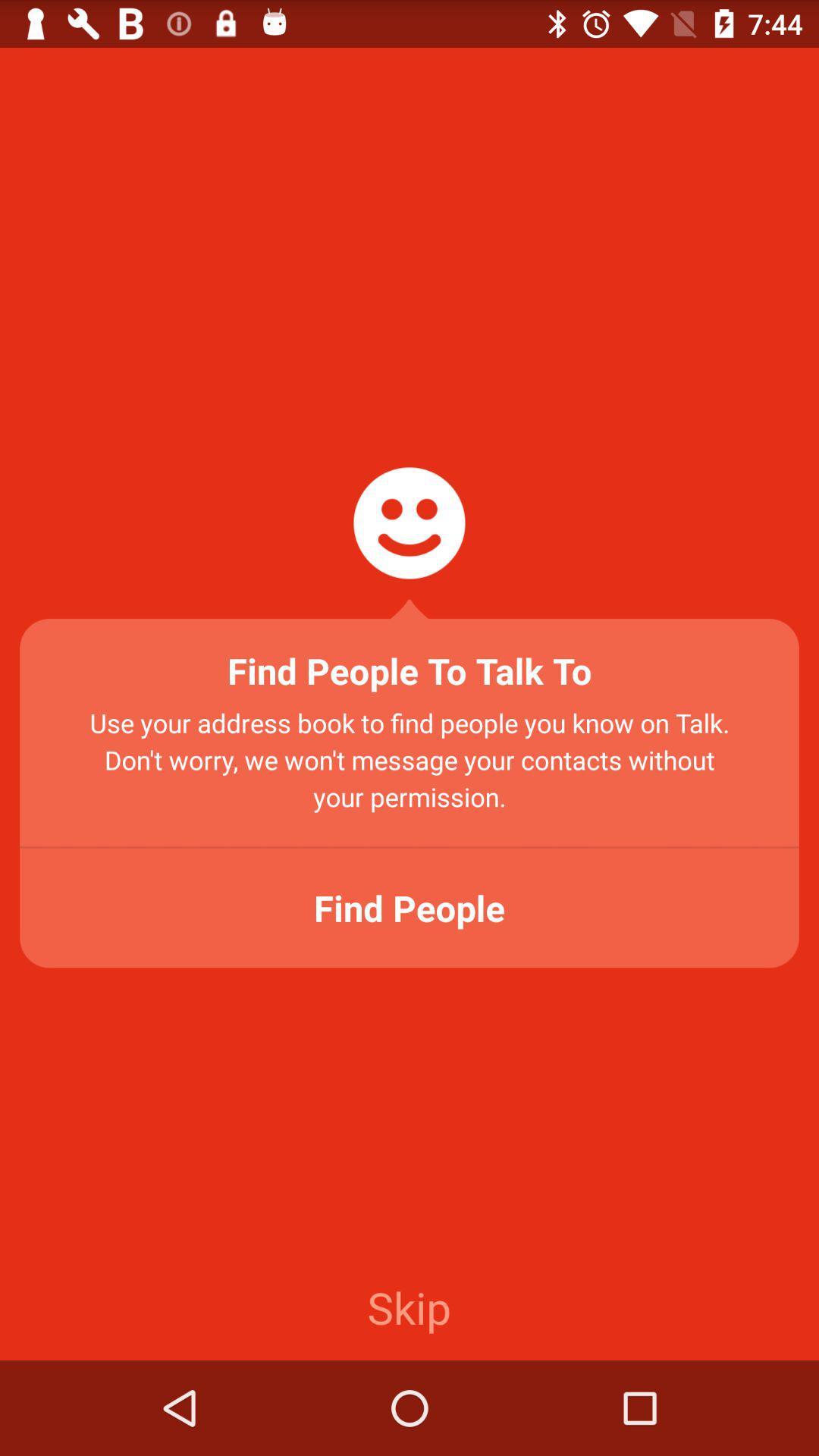 This screenshot has height=1456, width=819. I want to click on the skip app, so click(408, 1306).